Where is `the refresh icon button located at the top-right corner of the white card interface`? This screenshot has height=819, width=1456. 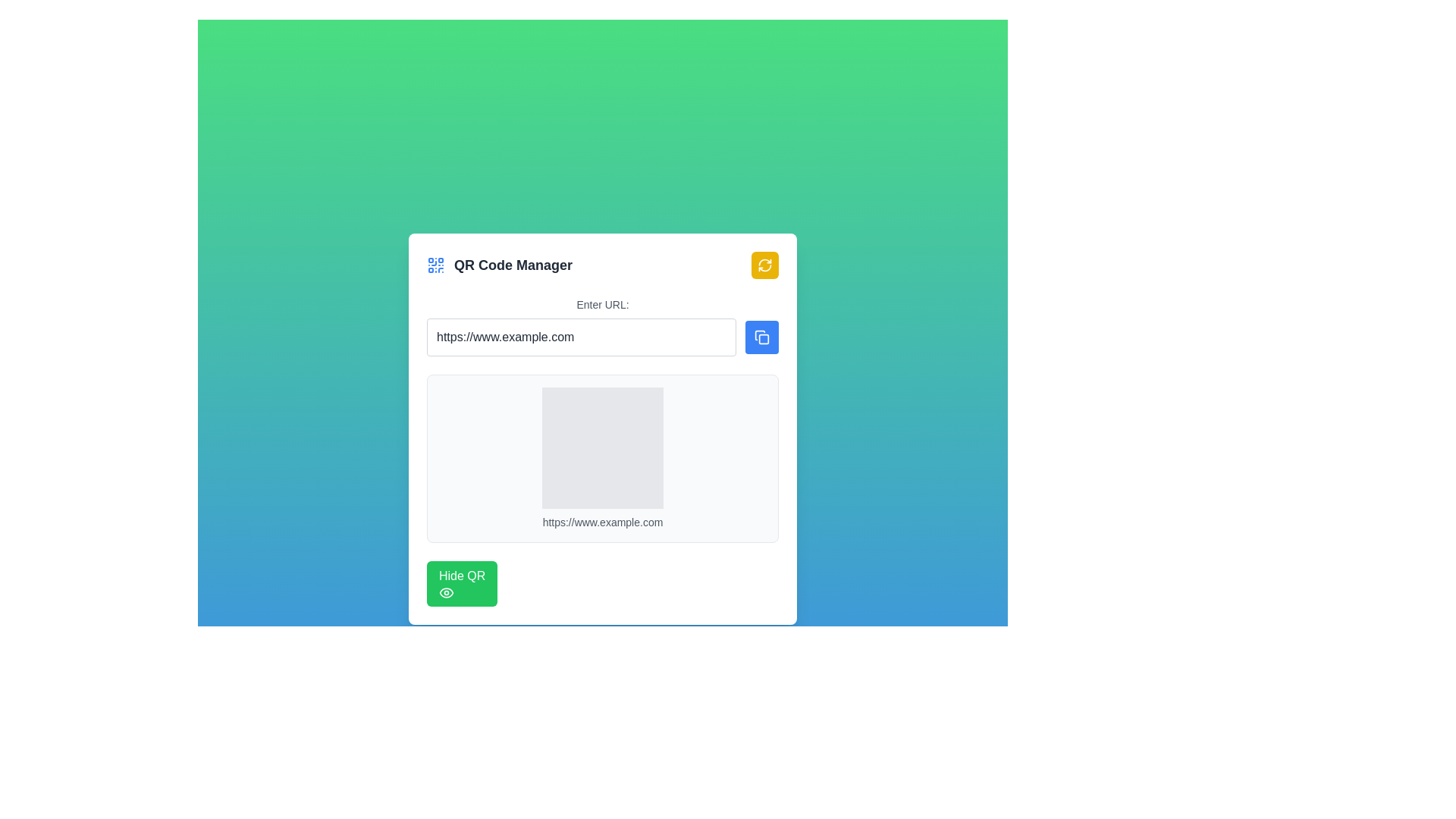
the refresh icon button located at the top-right corner of the white card interface is located at coordinates (764, 265).